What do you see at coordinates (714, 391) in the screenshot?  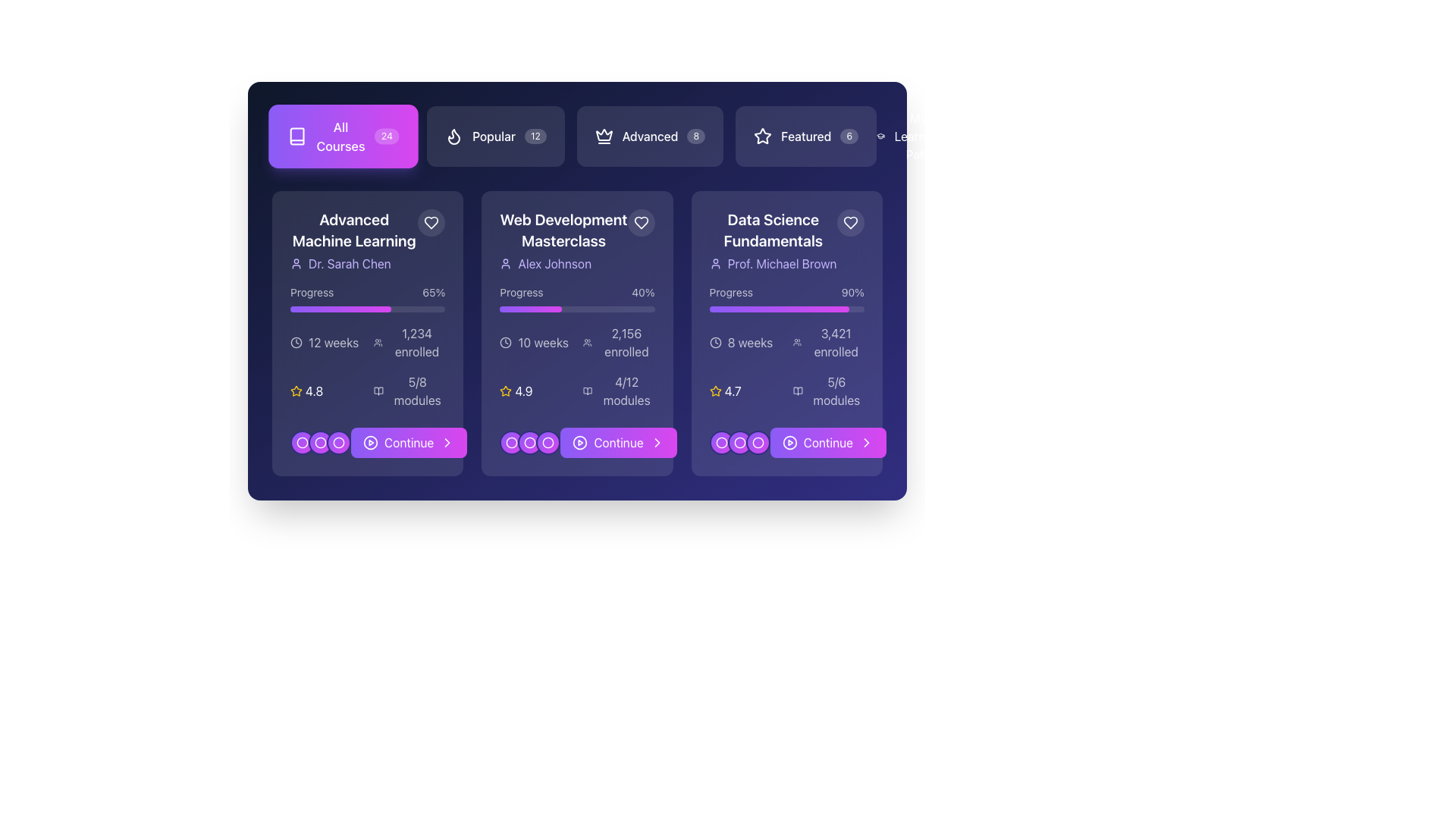 I see `the star icon representing a rating score of 4.7, which is styled in gold and located in the bottom section of the 'Data Science Fundamentals' course card` at bounding box center [714, 391].